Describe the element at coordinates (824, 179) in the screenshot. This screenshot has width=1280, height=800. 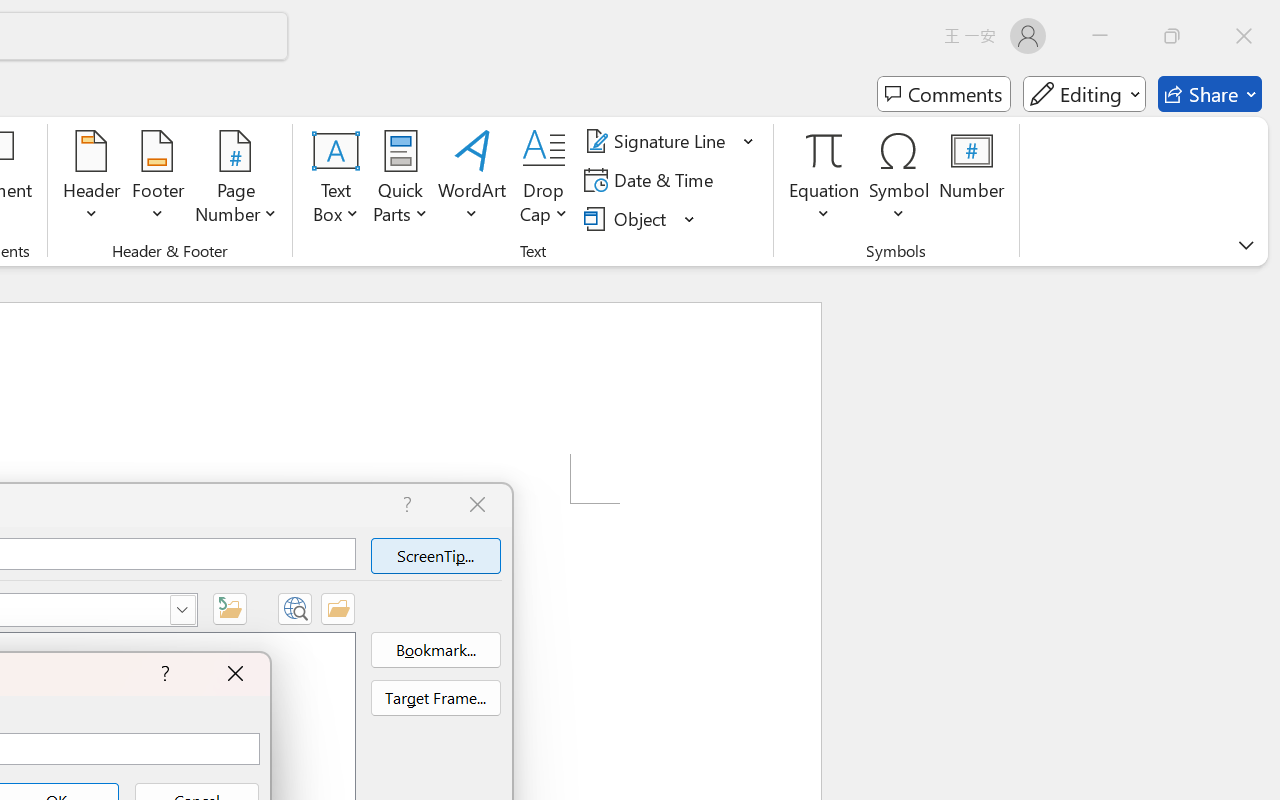
I see `'Equation'` at that location.